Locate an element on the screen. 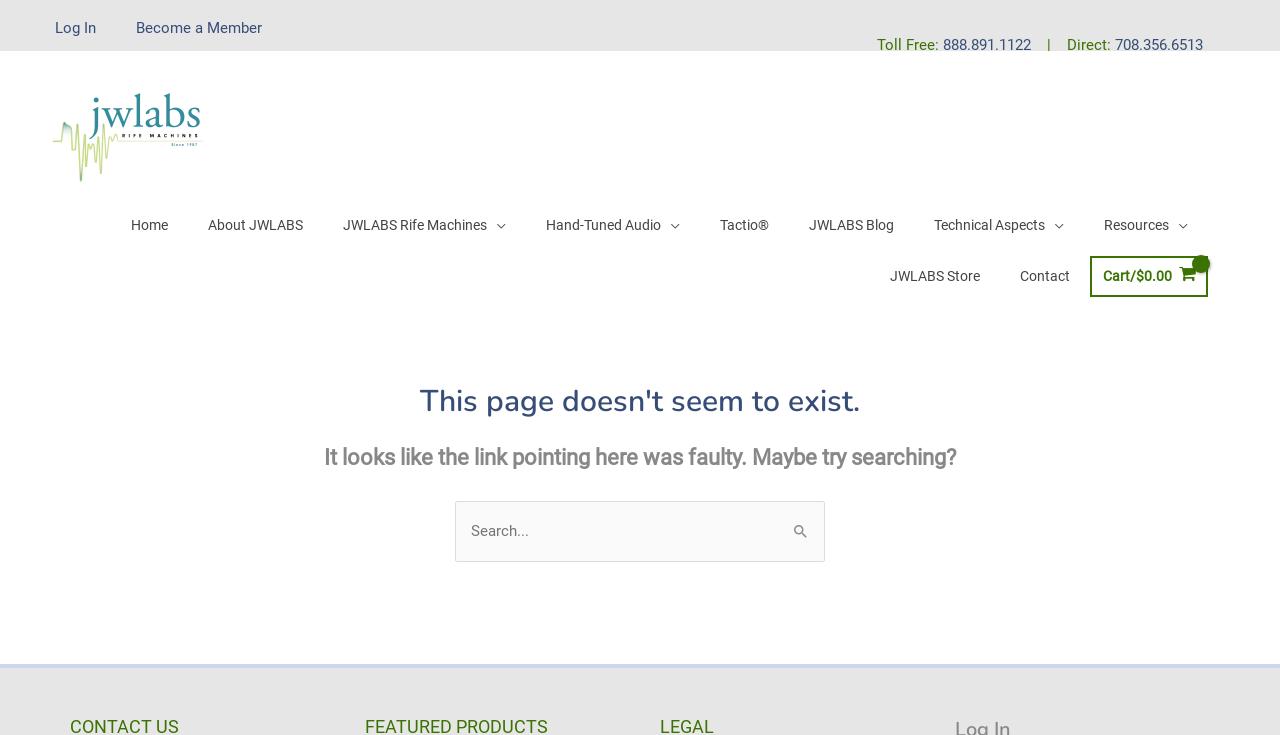 This screenshot has width=1280, height=735. 'JWLABS Rife Machines' is located at coordinates (412, 223).